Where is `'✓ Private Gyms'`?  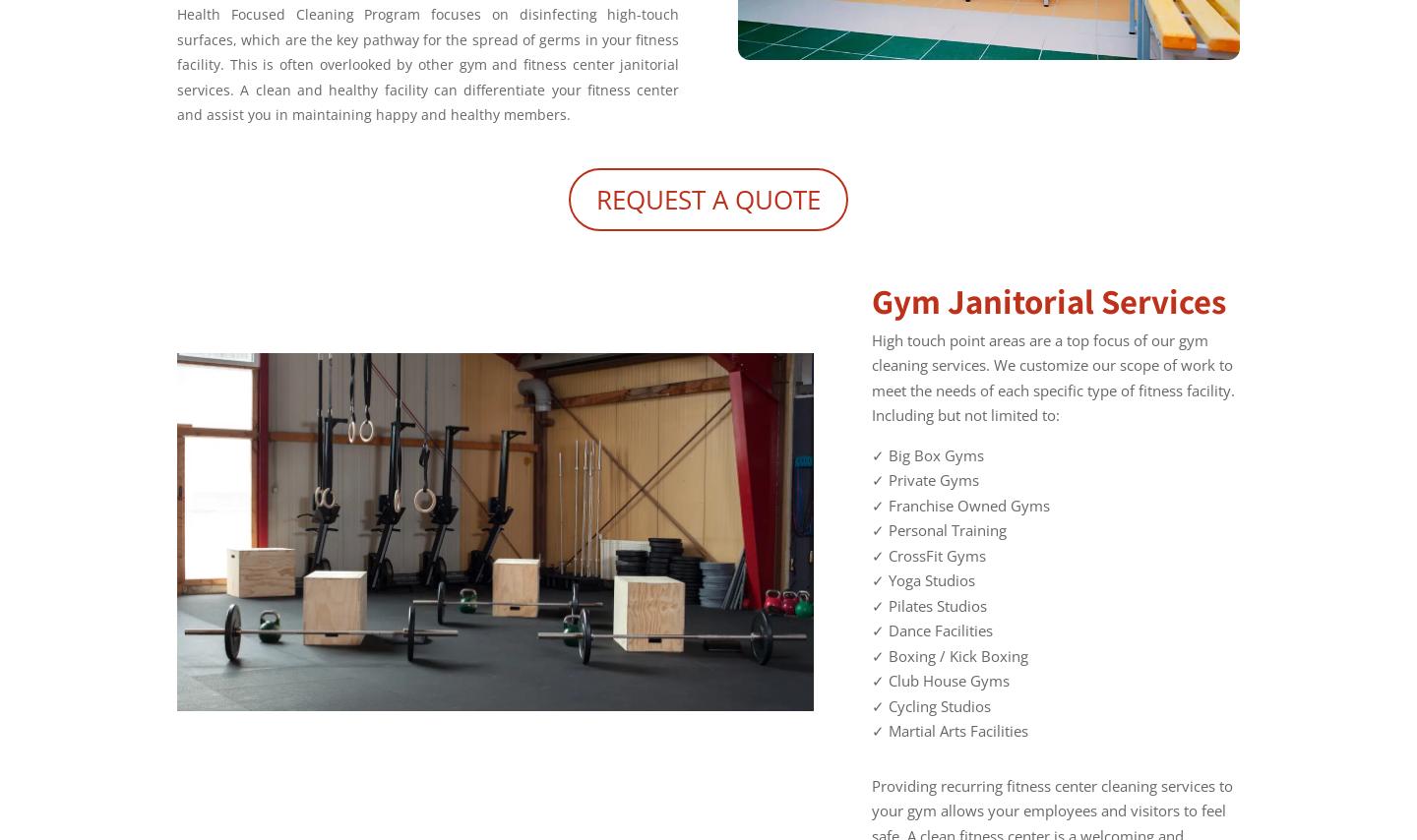
'✓ Private Gyms' is located at coordinates (871, 479).